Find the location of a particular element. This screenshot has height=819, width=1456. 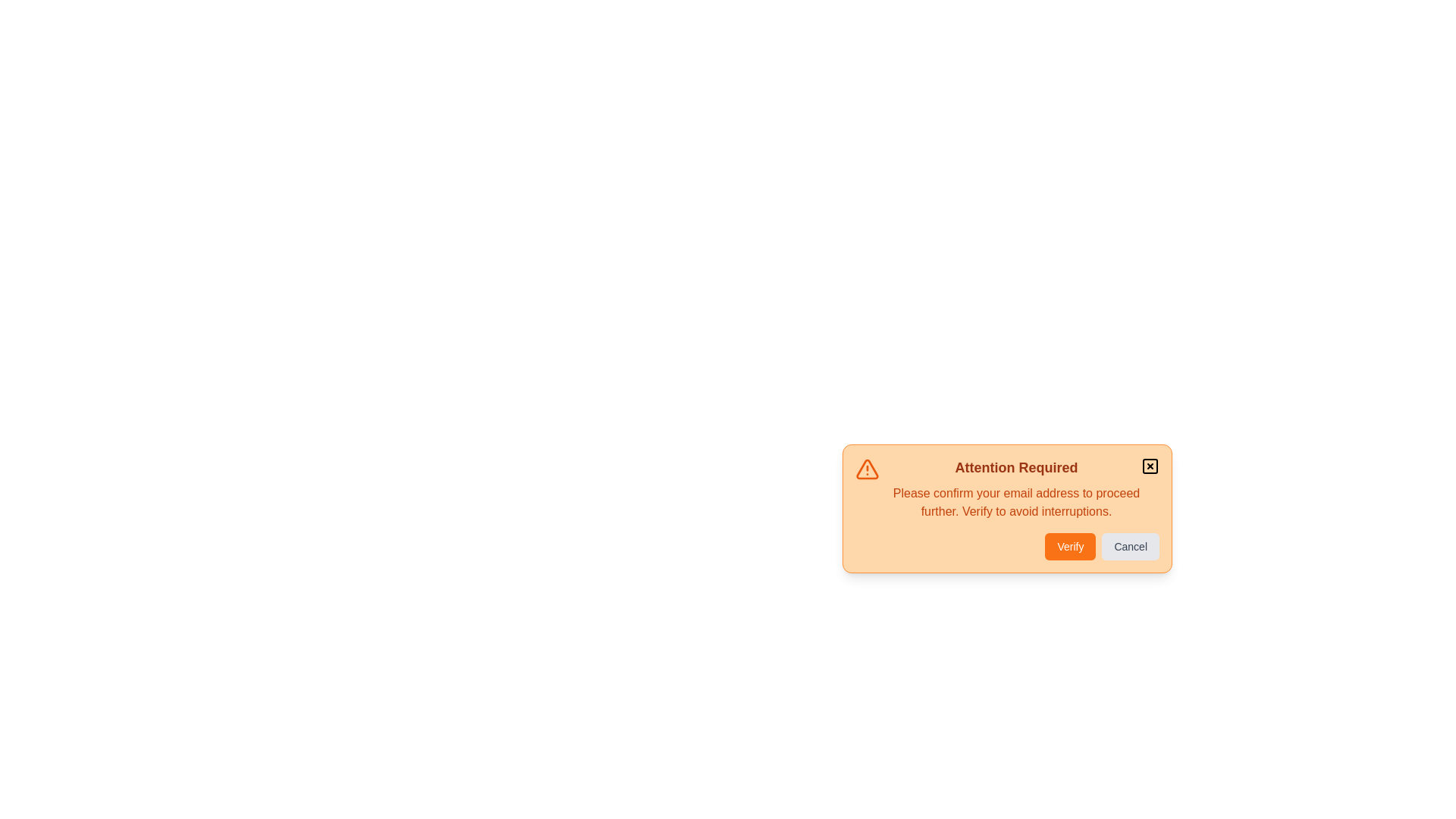

the close icon to dismiss the alert is located at coordinates (1150, 465).